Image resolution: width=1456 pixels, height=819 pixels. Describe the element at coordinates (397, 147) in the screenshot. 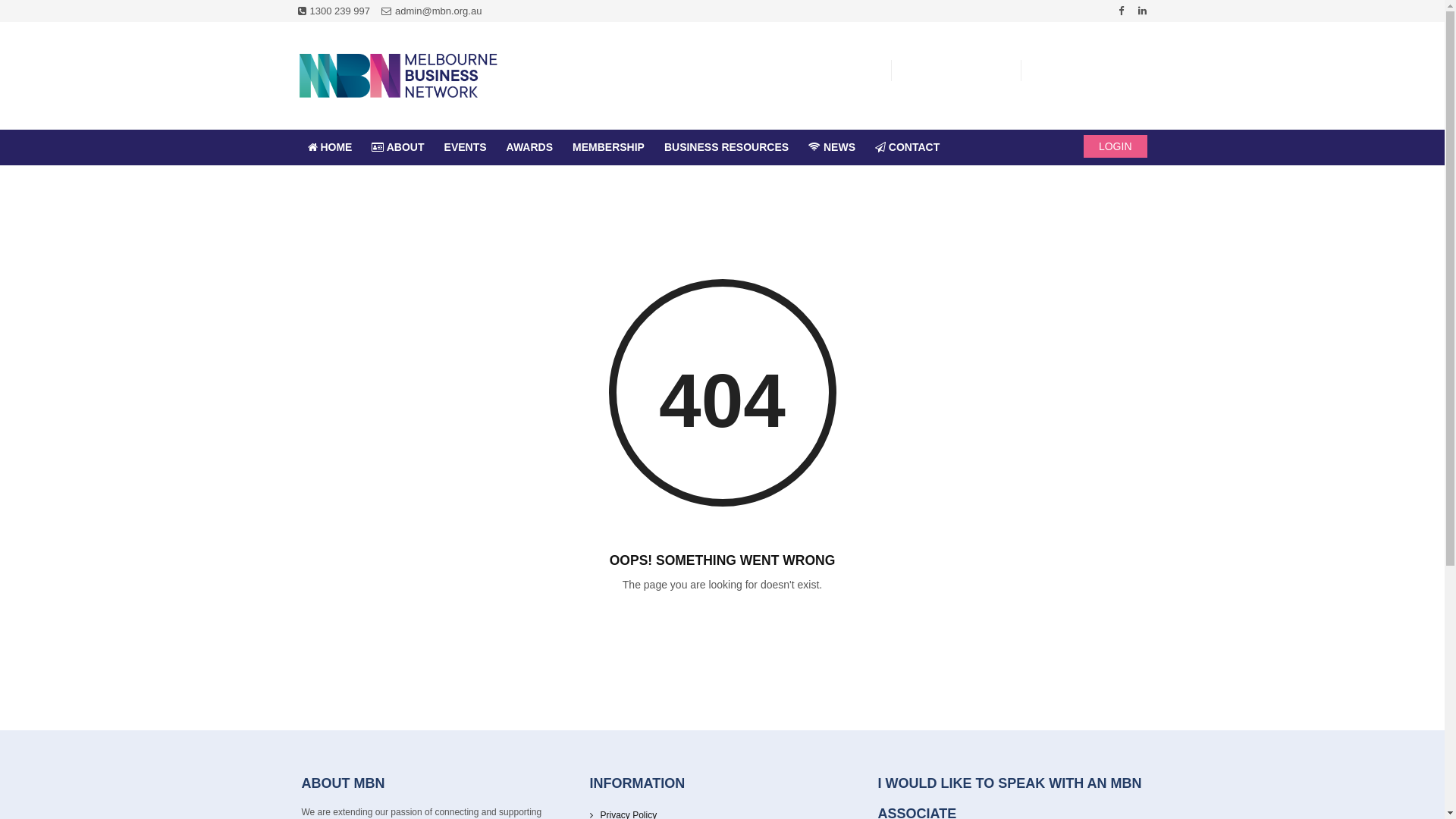

I see `'ABOUT'` at that location.